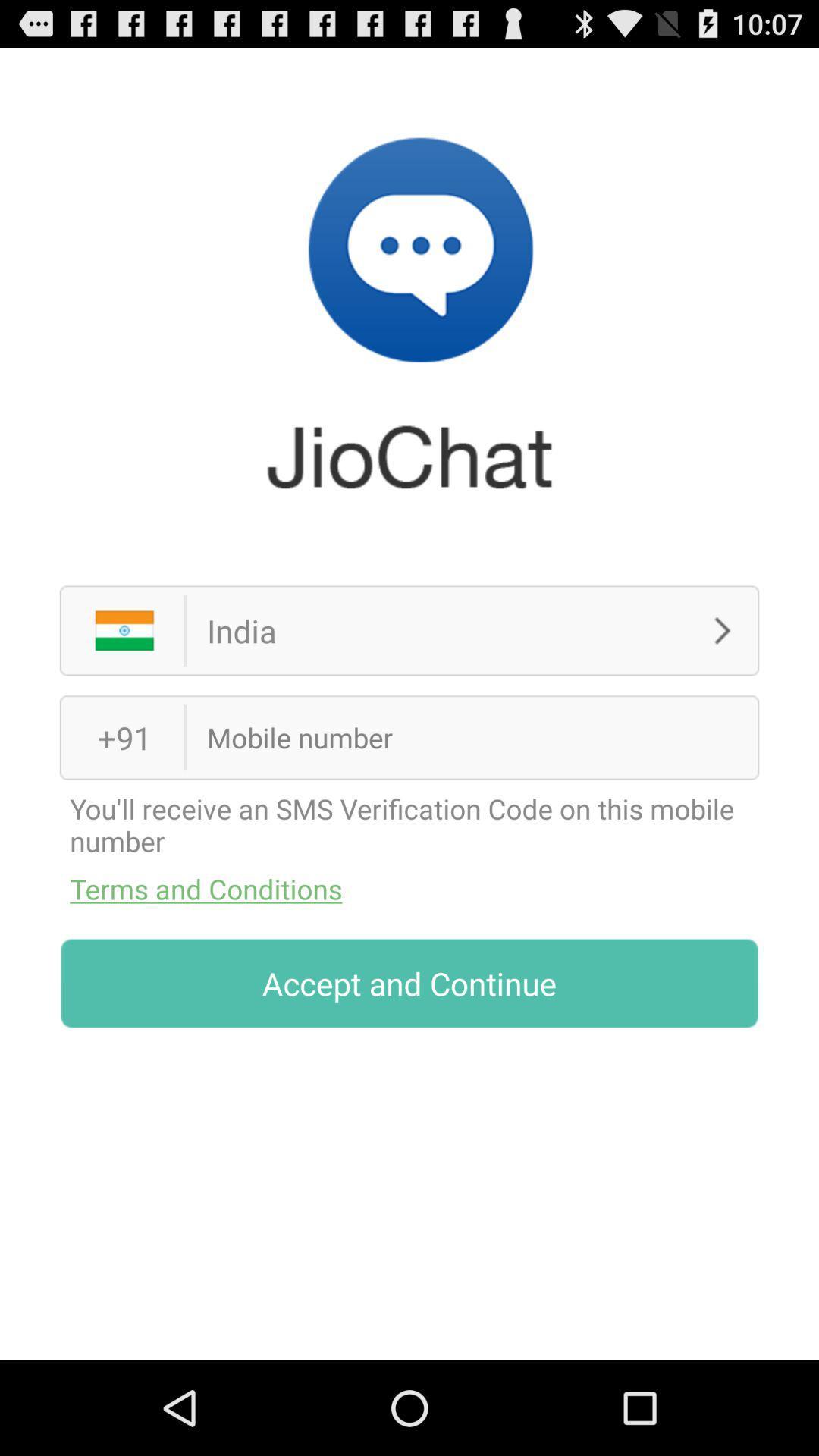  What do you see at coordinates (447, 737) in the screenshot?
I see `cell phone number` at bounding box center [447, 737].